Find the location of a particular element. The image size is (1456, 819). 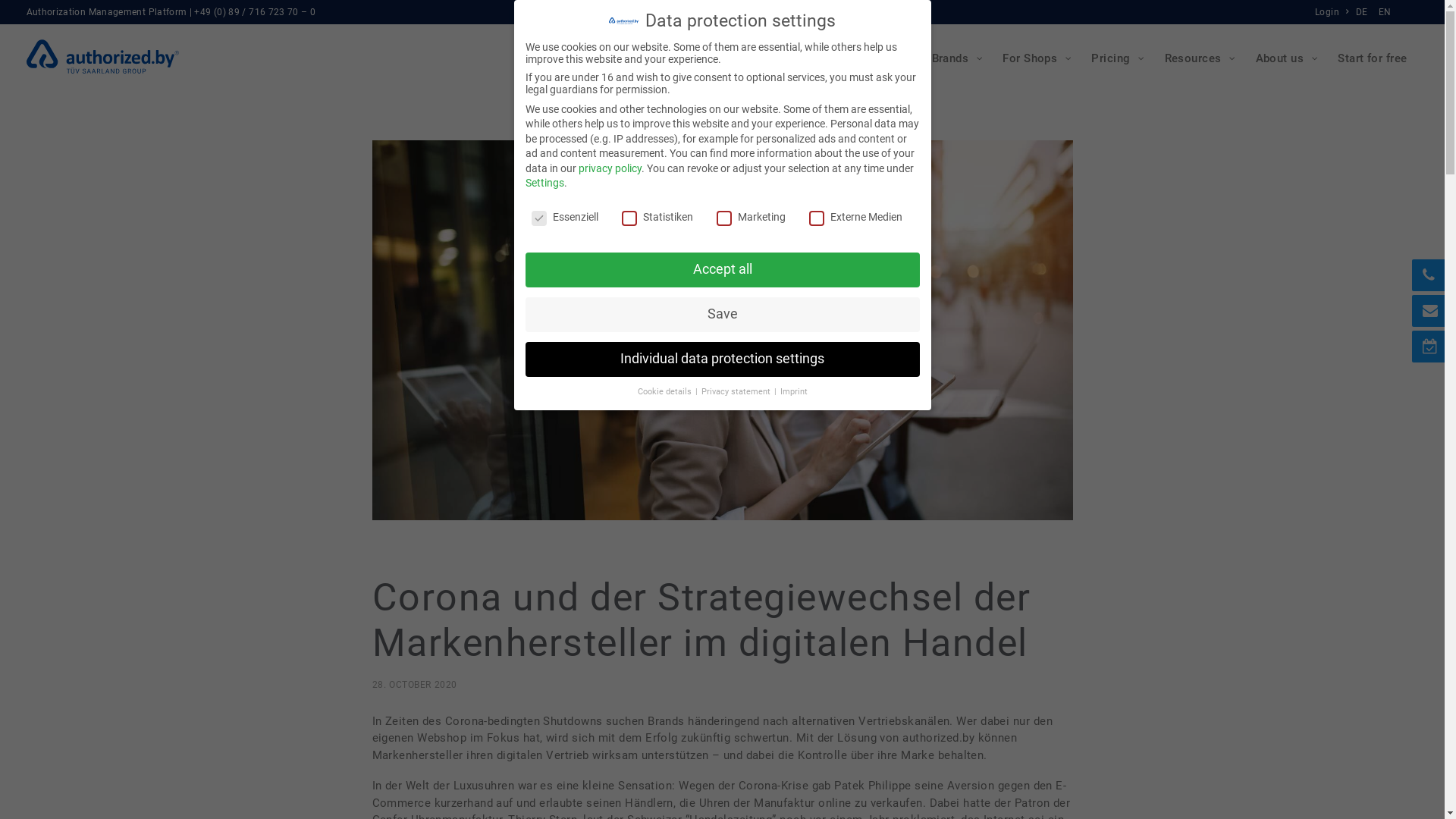

'Imprint' is located at coordinates (779, 391).